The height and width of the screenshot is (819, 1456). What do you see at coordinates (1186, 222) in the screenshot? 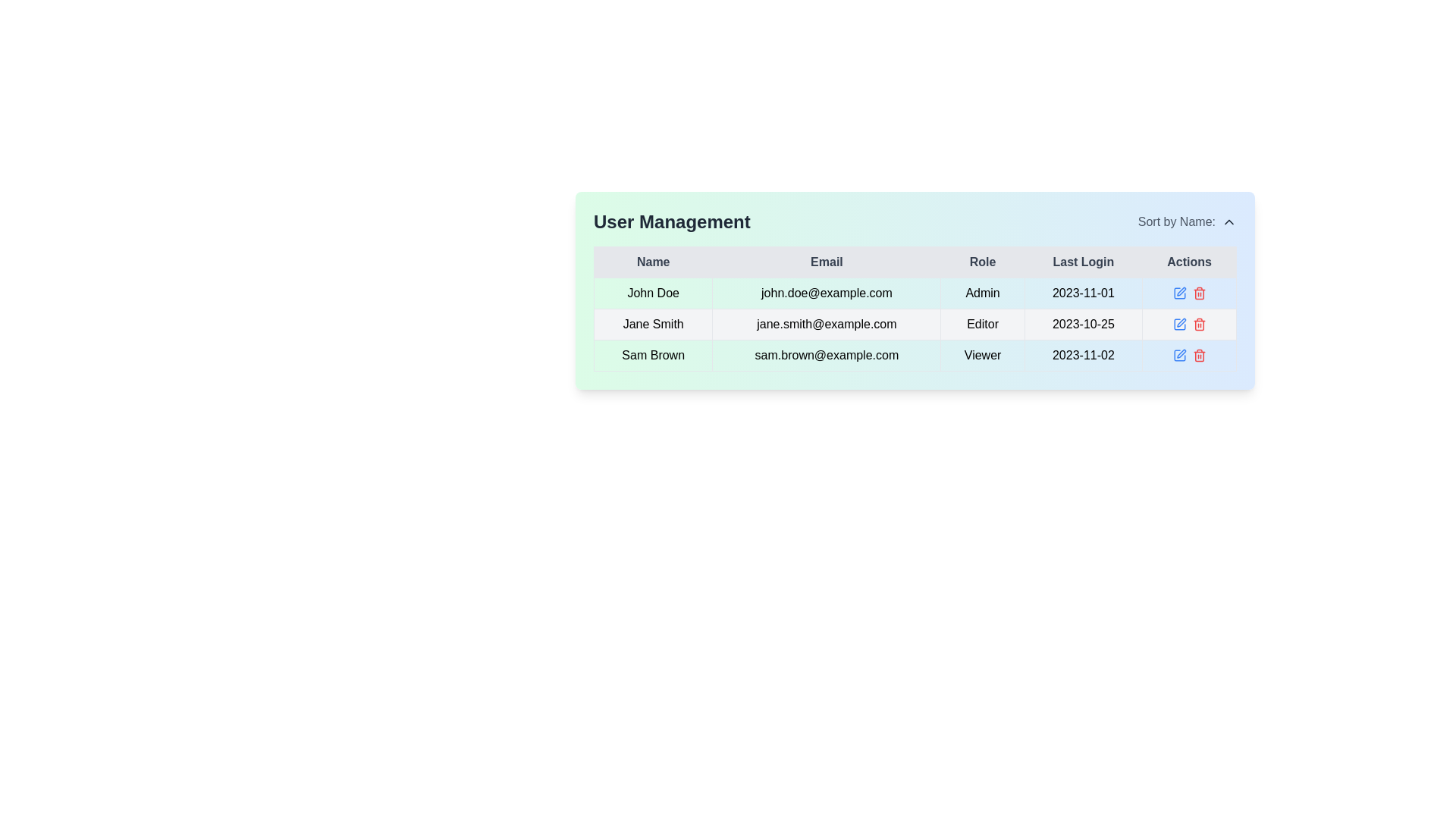
I see `the caret icon of the Sorting control located in the top-right corner of the data table to change the sorting order` at bounding box center [1186, 222].